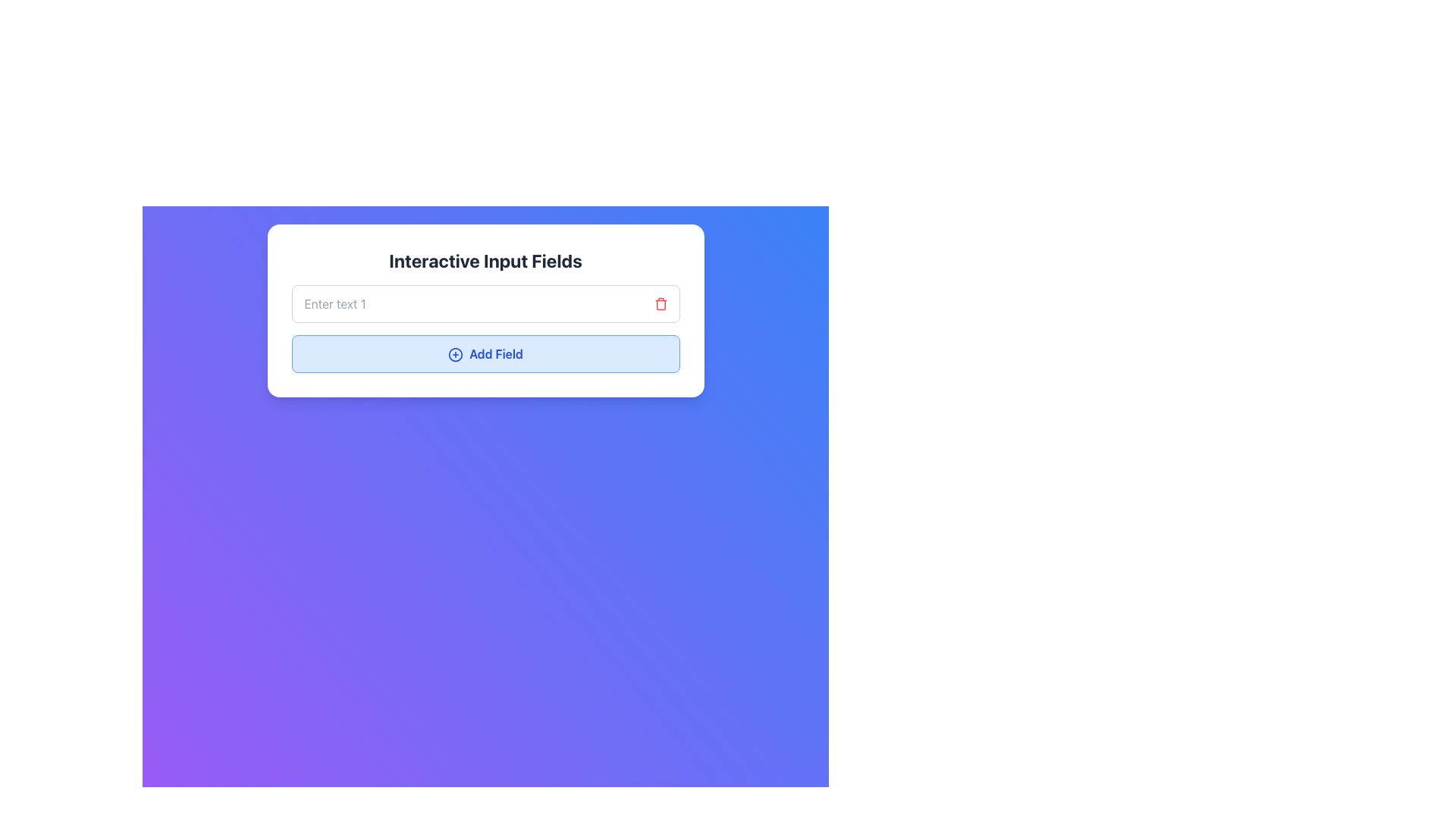 This screenshot has height=819, width=1456. Describe the element at coordinates (455, 354) in the screenshot. I see `the circular icon with a plus symbol located to the left of the 'Add Field' button to interact with its functionality` at that location.